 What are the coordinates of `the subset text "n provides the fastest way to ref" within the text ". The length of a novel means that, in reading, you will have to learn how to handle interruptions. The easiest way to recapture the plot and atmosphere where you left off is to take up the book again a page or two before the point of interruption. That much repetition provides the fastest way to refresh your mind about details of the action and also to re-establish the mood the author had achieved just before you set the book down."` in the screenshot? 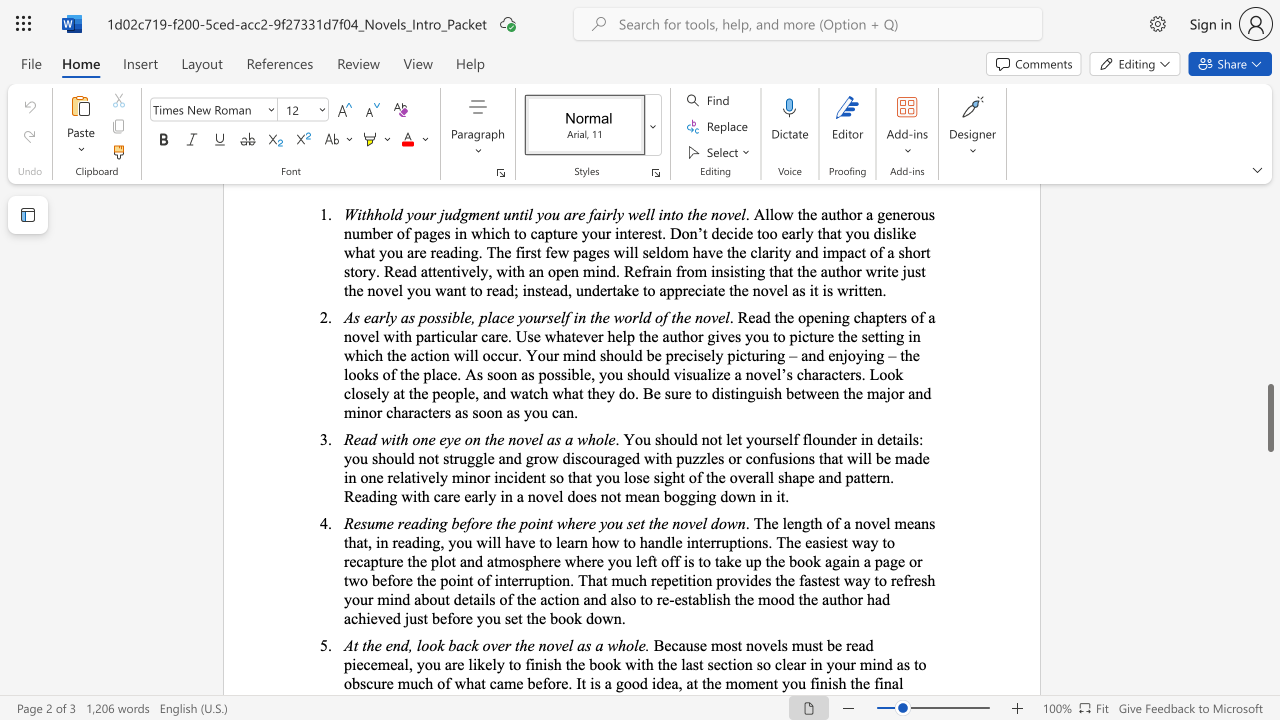 It's located at (704, 580).